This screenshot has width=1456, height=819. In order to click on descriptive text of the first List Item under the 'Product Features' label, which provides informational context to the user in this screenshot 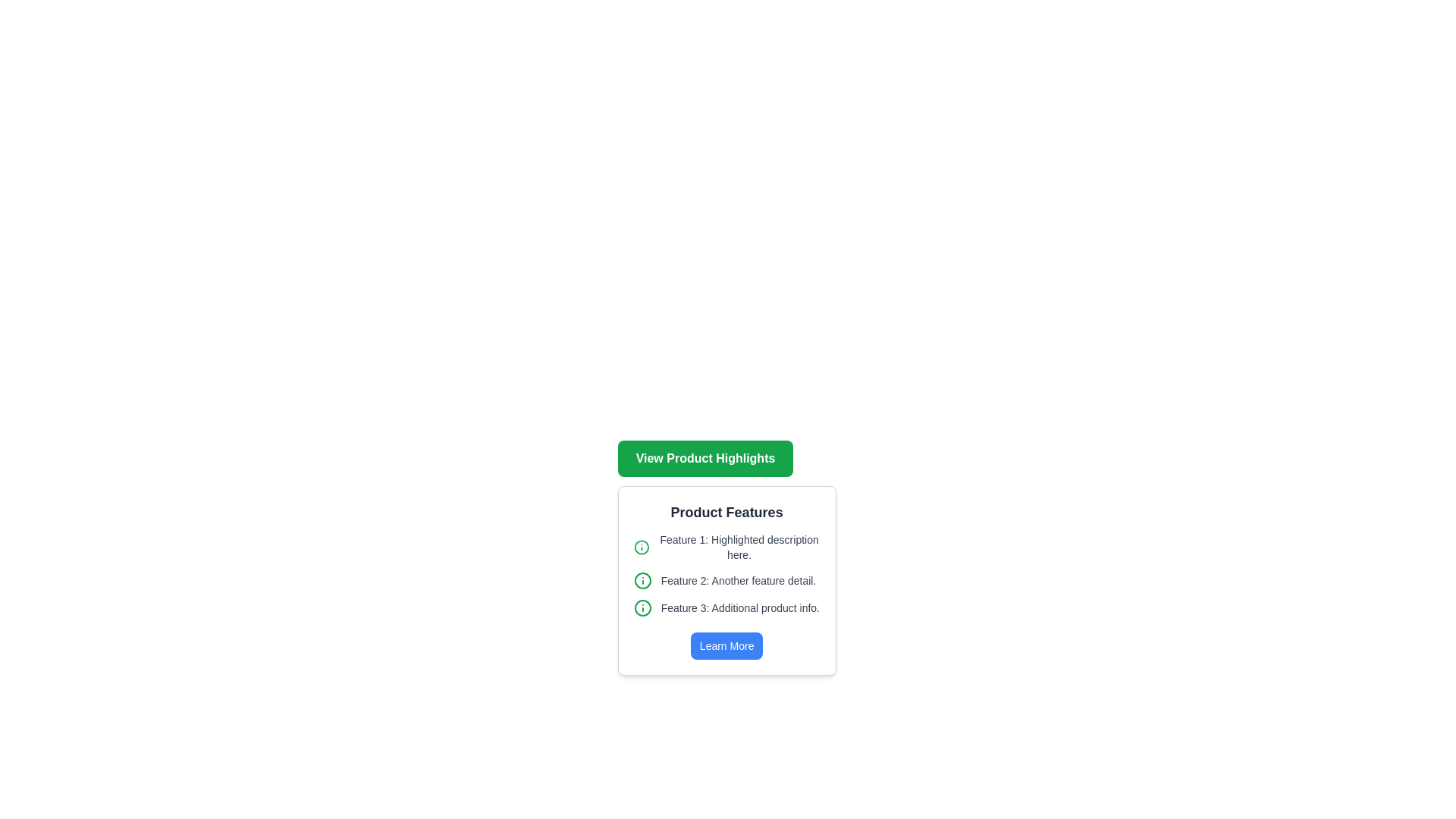, I will do `click(726, 547)`.